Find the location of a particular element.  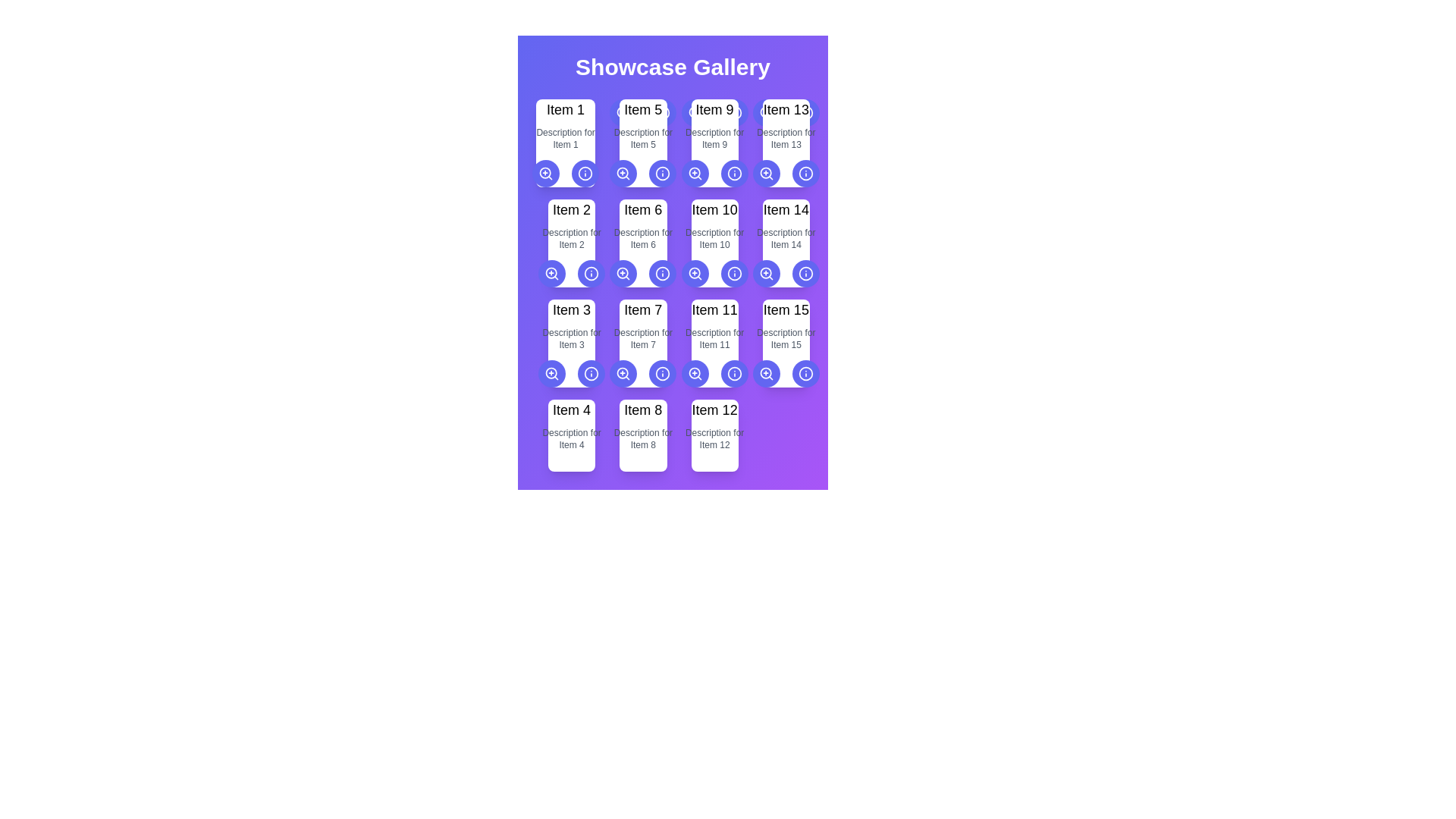

the magnifying glass icon with a plus sign in the center, located within a circular button with a purple background below the 'Item 2' card is located at coordinates (551, 274).